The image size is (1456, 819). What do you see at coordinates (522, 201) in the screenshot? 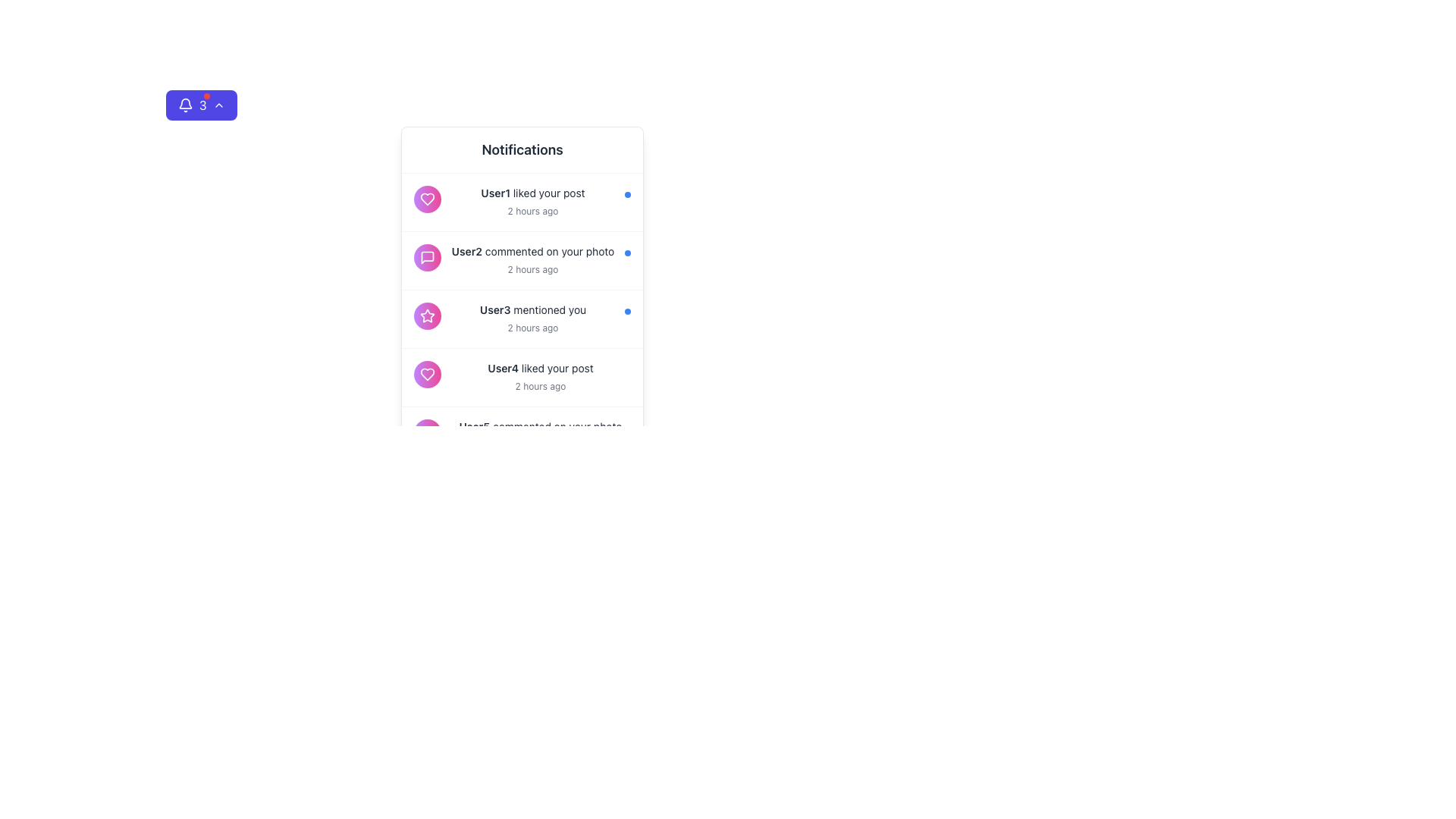
I see `the notification entry displaying 'User1 liked your post'` at bounding box center [522, 201].